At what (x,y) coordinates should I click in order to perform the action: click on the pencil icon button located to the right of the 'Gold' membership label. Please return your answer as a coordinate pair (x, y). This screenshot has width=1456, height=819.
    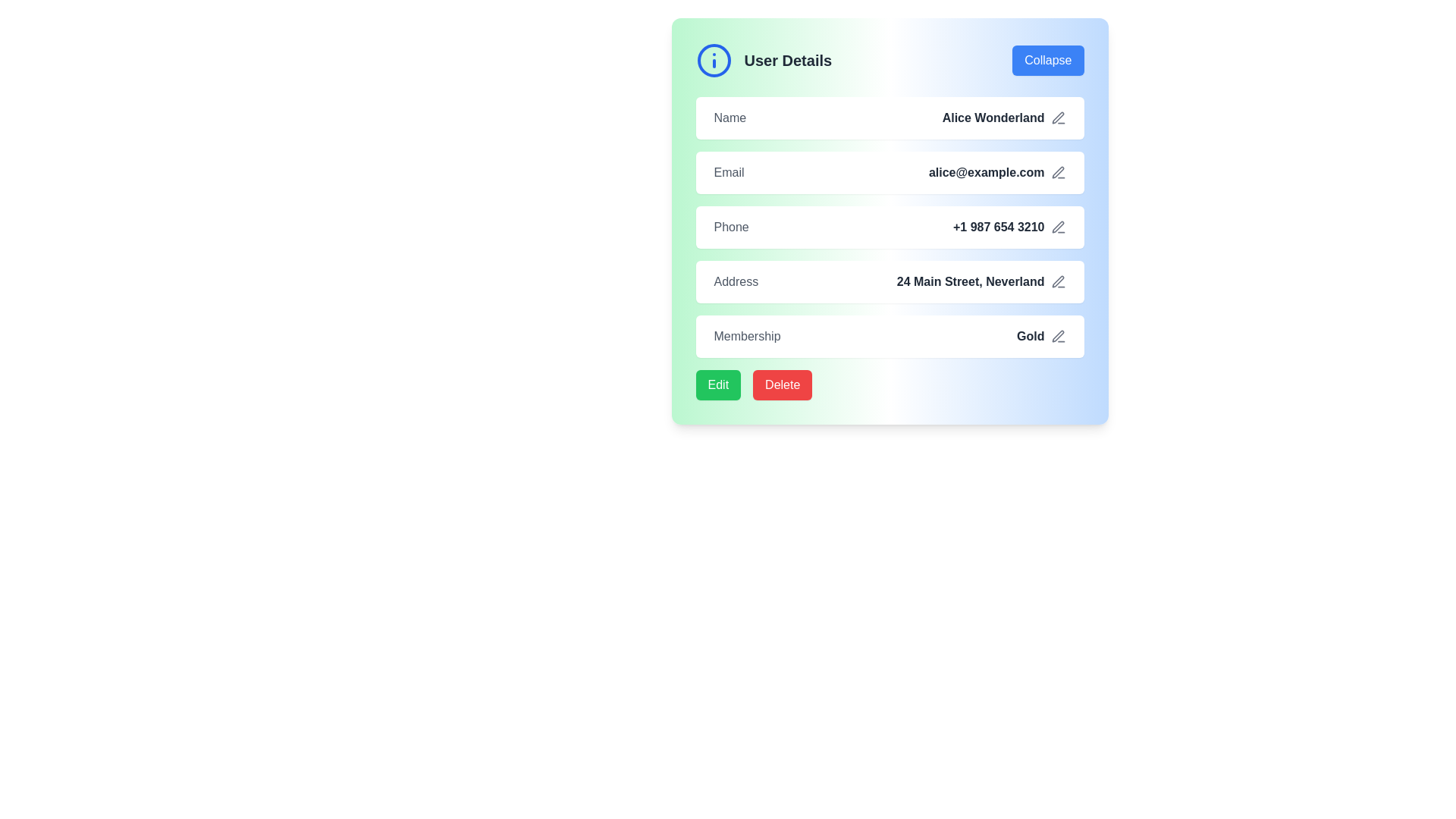
    Looking at the image, I should click on (1057, 335).